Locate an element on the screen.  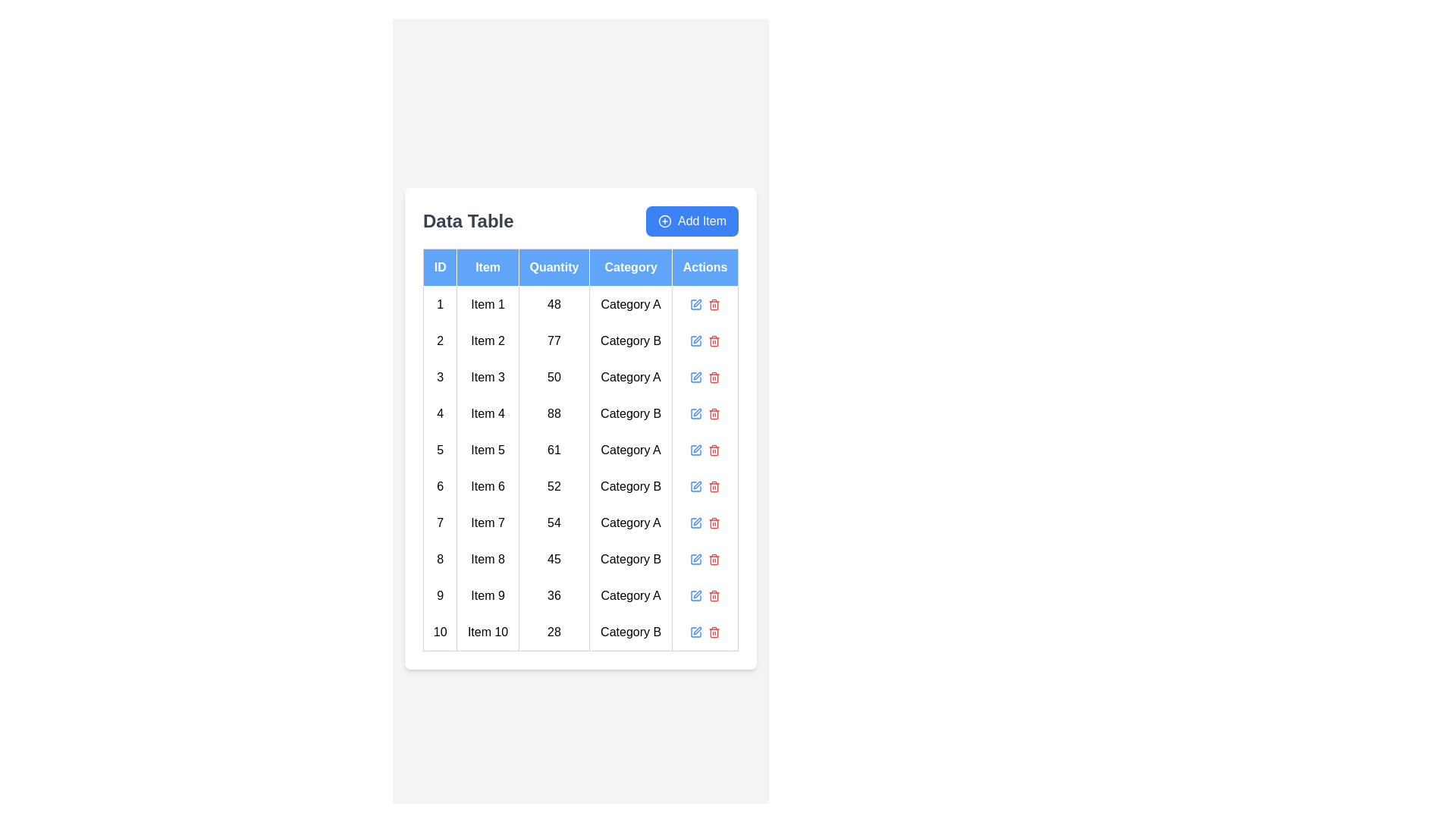
text from the Text Label displaying 'Item 3' located in the third row of the data table in the 'Item' column is located at coordinates (488, 376).